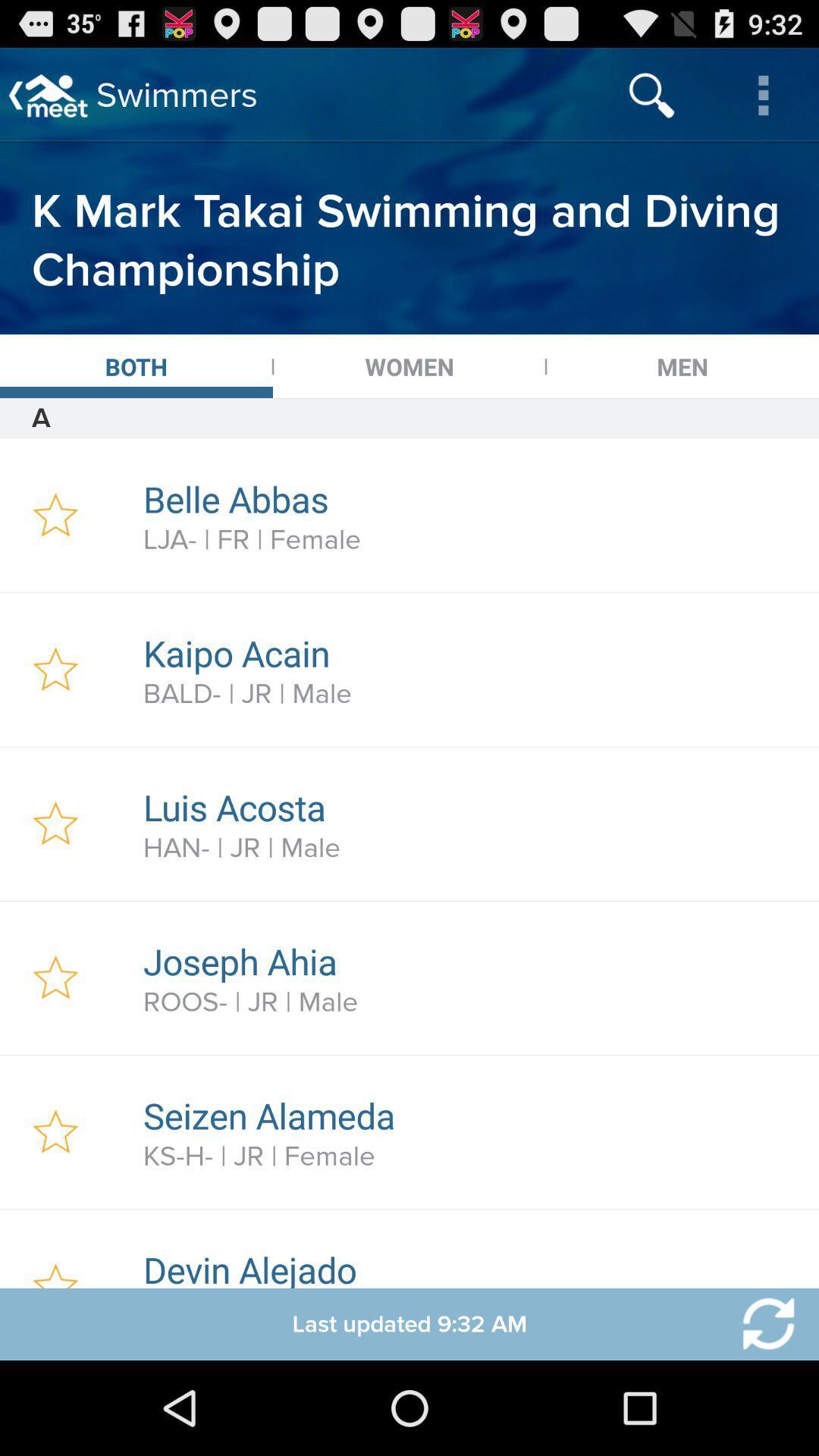  What do you see at coordinates (55, 978) in the screenshot?
I see `favourite` at bounding box center [55, 978].